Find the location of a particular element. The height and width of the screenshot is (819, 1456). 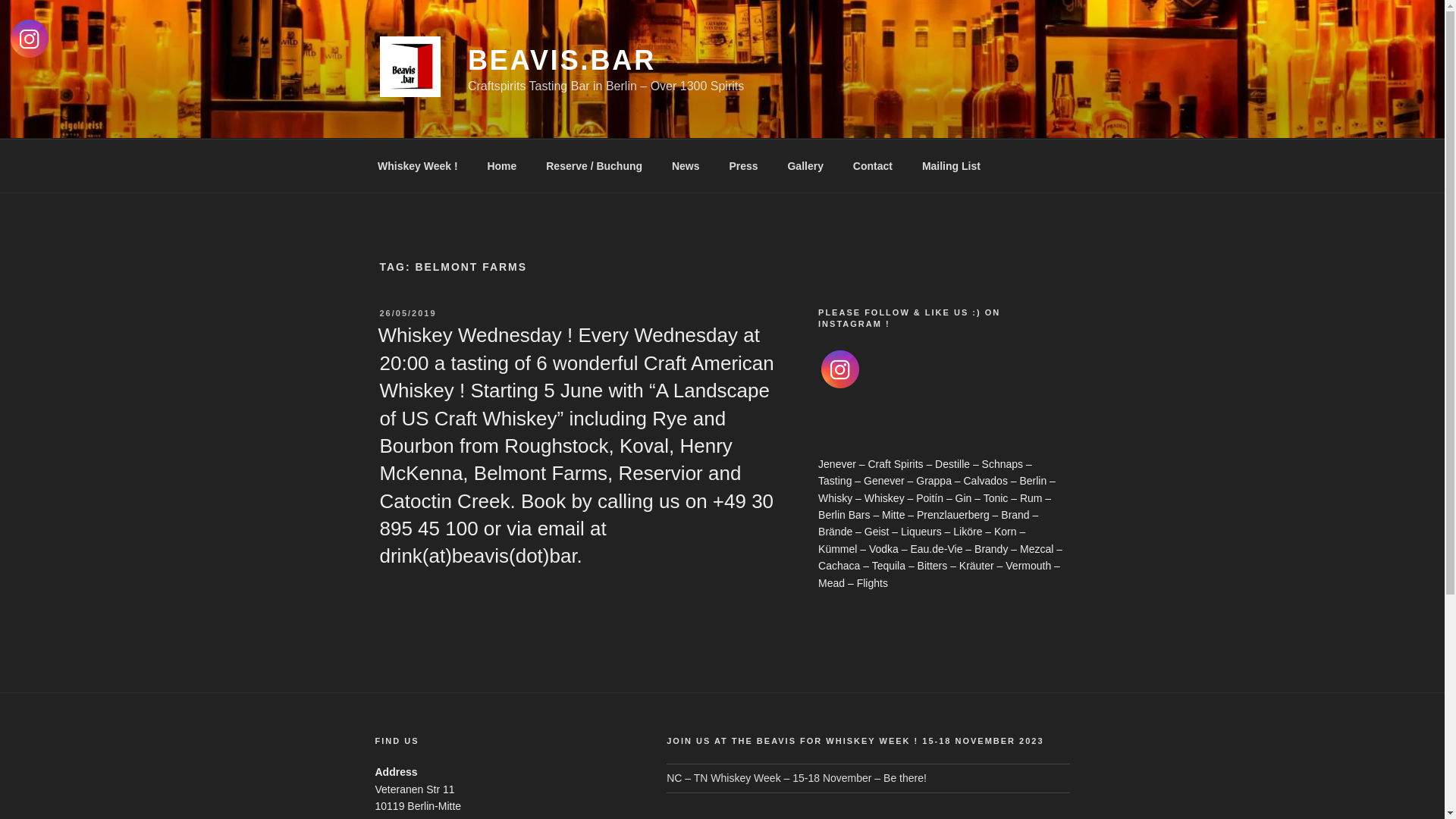

'Press' is located at coordinates (743, 165).